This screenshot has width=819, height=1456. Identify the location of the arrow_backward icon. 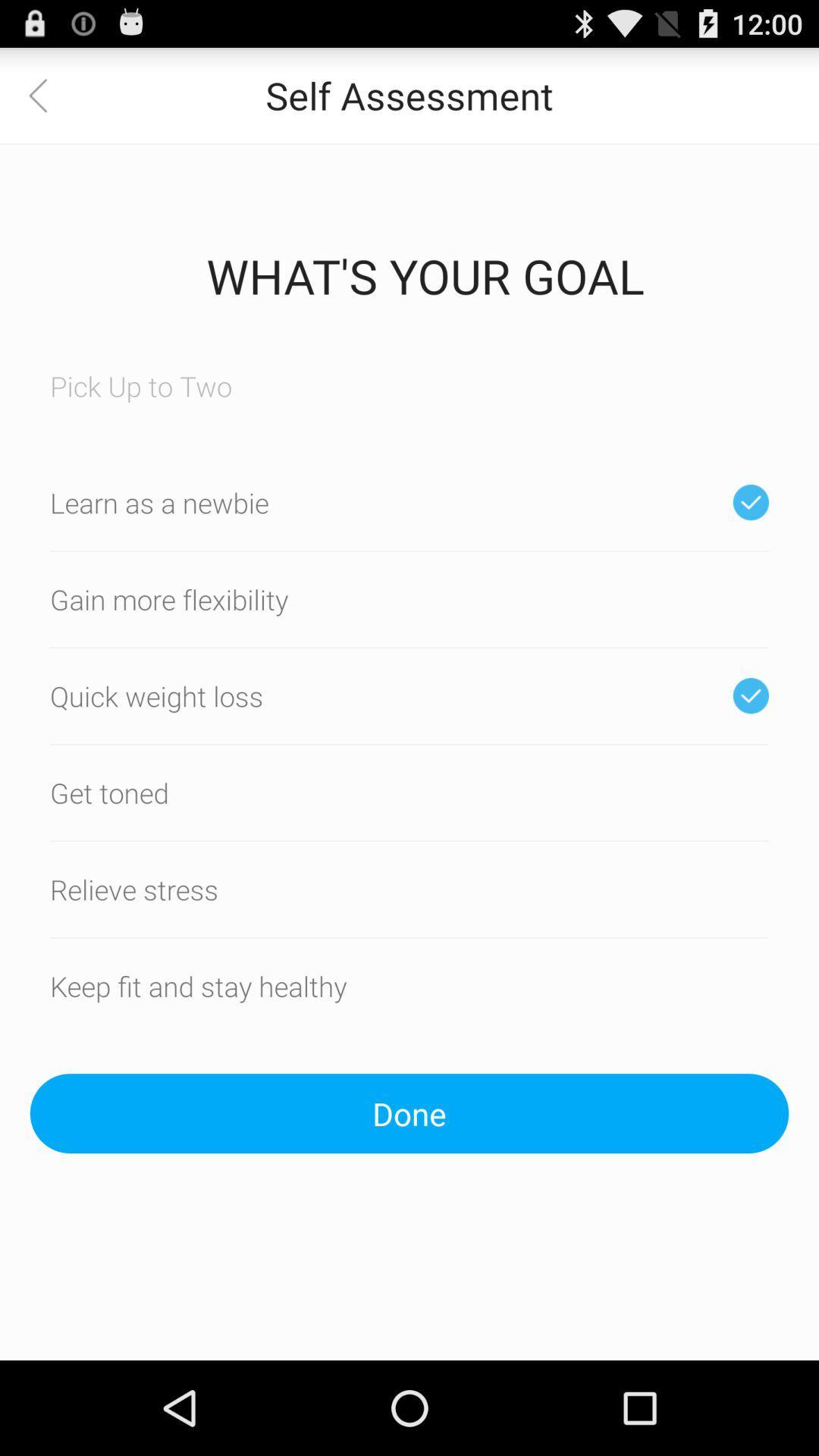
(46, 101).